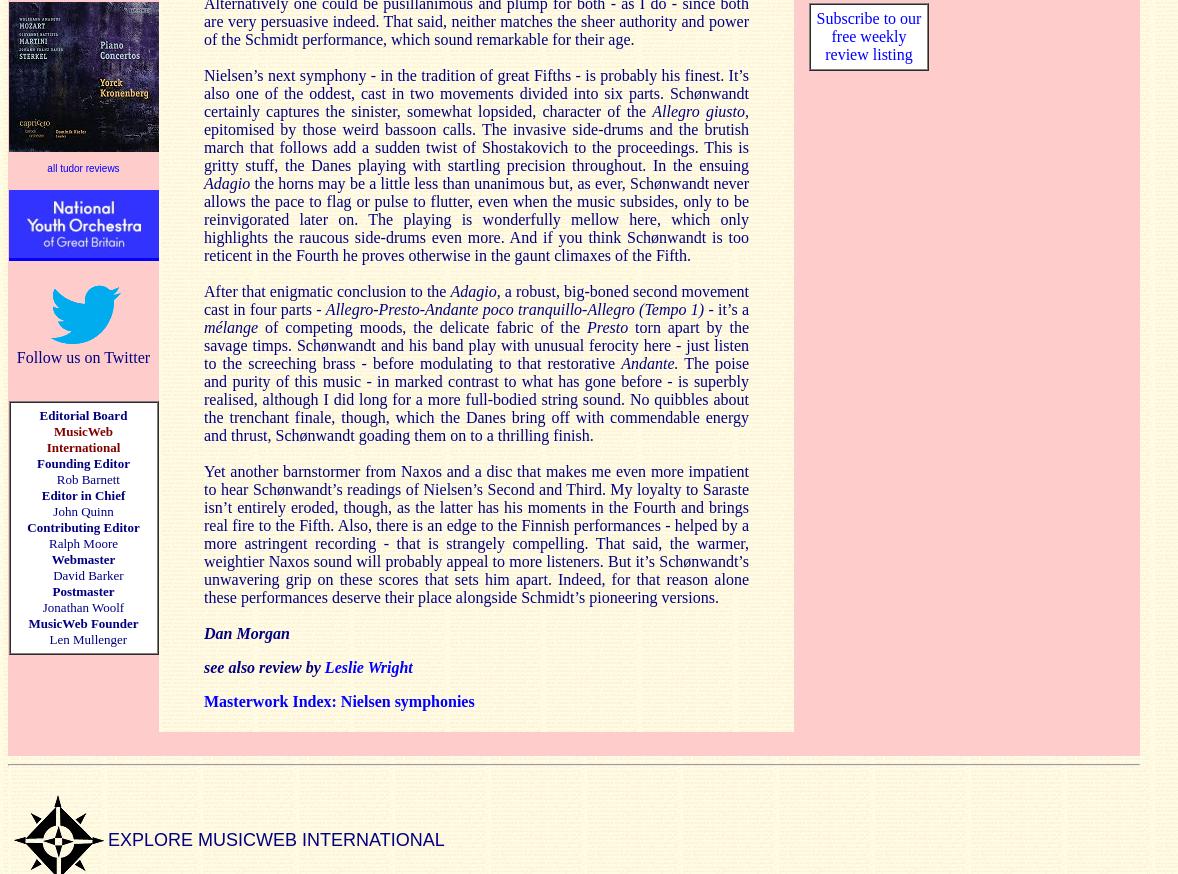  What do you see at coordinates (368, 666) in the screenshot?
I see `'Leslie 
                  Wright'` at bounding box center [368, 666].